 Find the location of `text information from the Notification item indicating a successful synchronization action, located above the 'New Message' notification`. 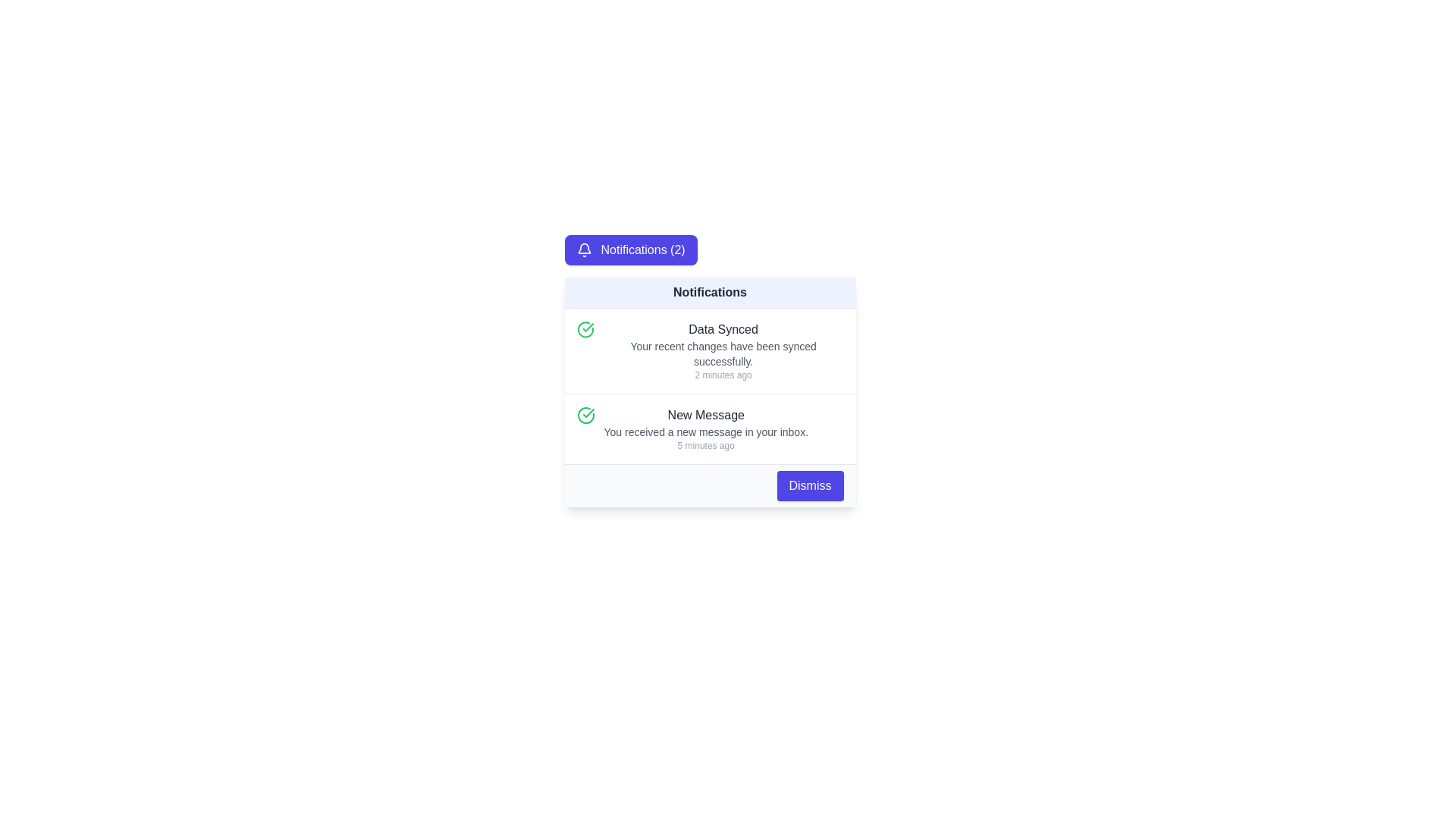

text information from the Notification item indicating a successful synchronization action, located above the 'New Message' notification is located at coordinates (709, 350).